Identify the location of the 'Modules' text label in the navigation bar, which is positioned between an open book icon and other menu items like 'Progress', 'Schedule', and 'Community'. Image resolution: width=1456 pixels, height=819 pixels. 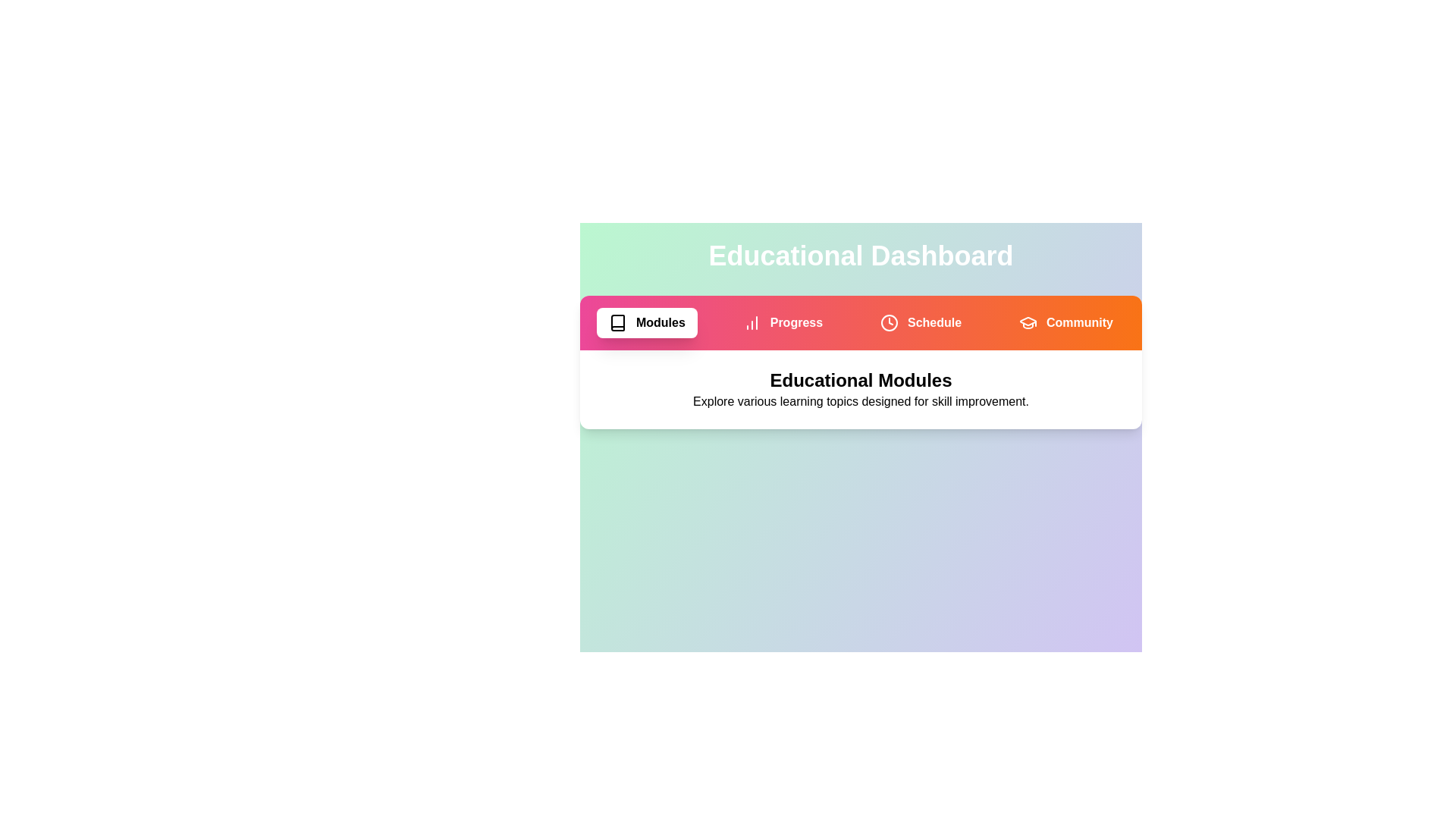
(661, 322).